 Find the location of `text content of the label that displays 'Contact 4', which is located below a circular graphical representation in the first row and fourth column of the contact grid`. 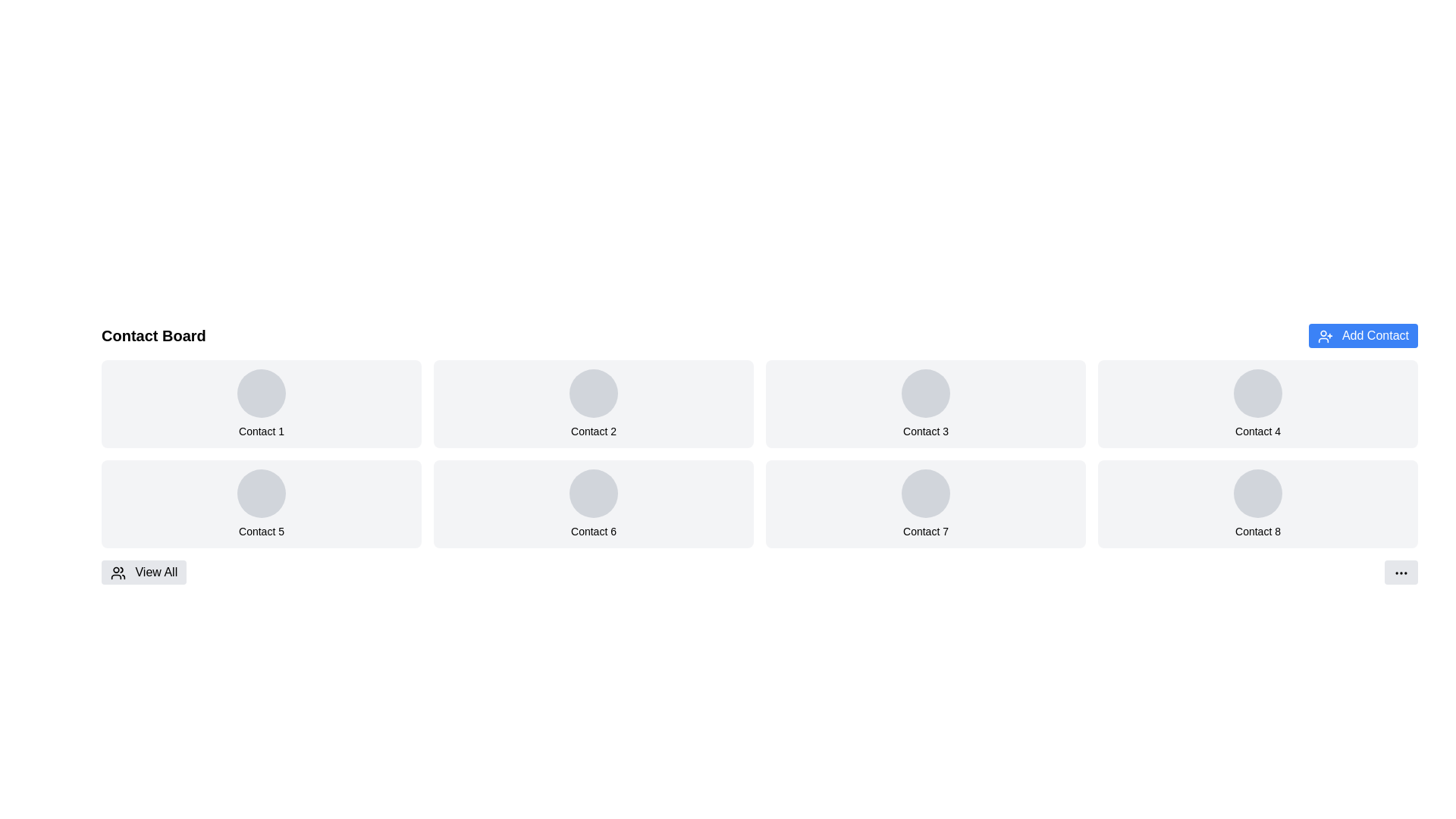

text content of the label that displays 'Contact 4', which is located below a circular graphical representation in the first row and fourth column of the contact grid is located at coordinates (1258, 431).